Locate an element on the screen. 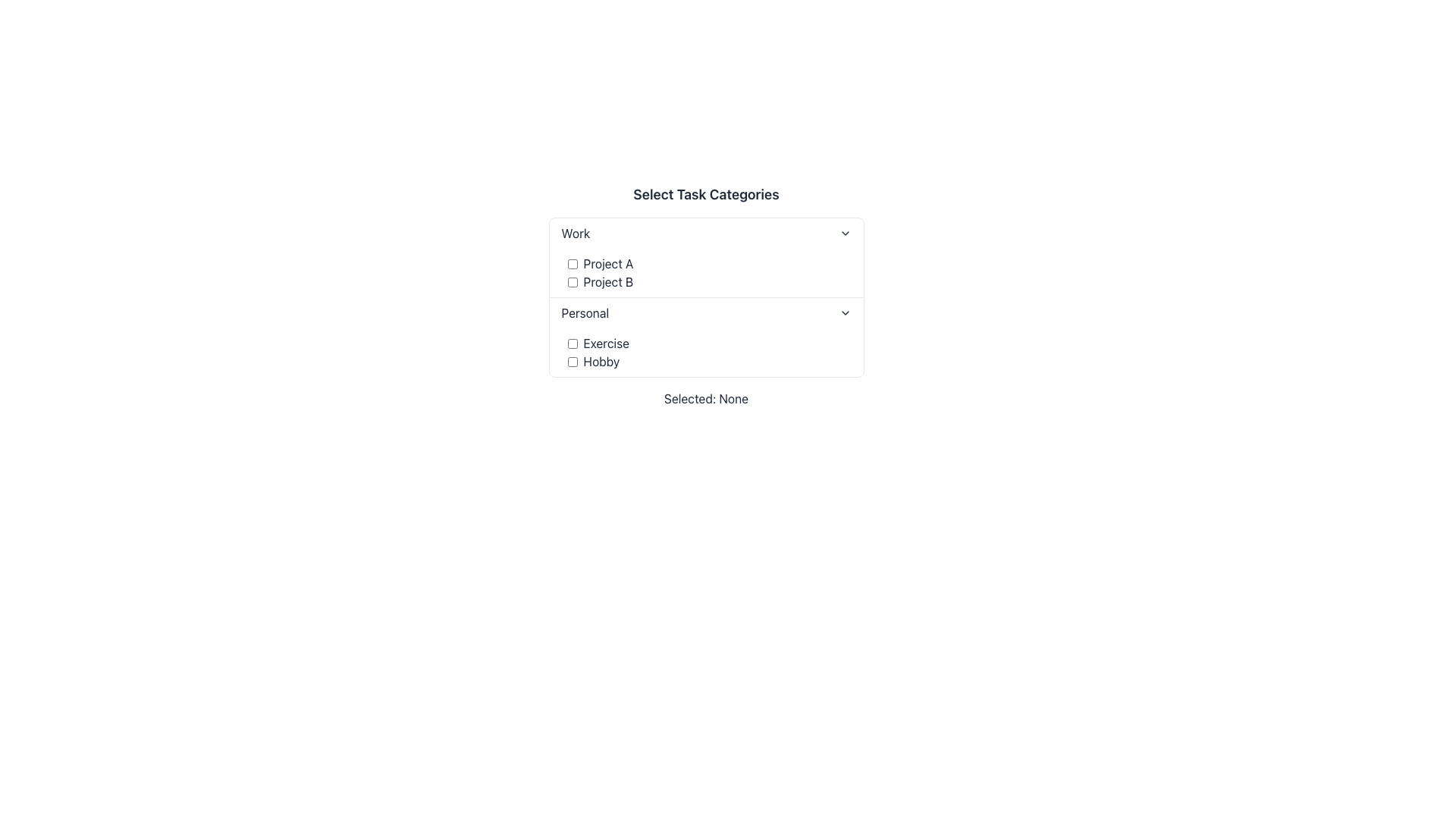 This screenshot has width=1456, height=819. the checkbox located next to the label 'Hobby' in the 'Personal' section is located at coordinates (571, 362).